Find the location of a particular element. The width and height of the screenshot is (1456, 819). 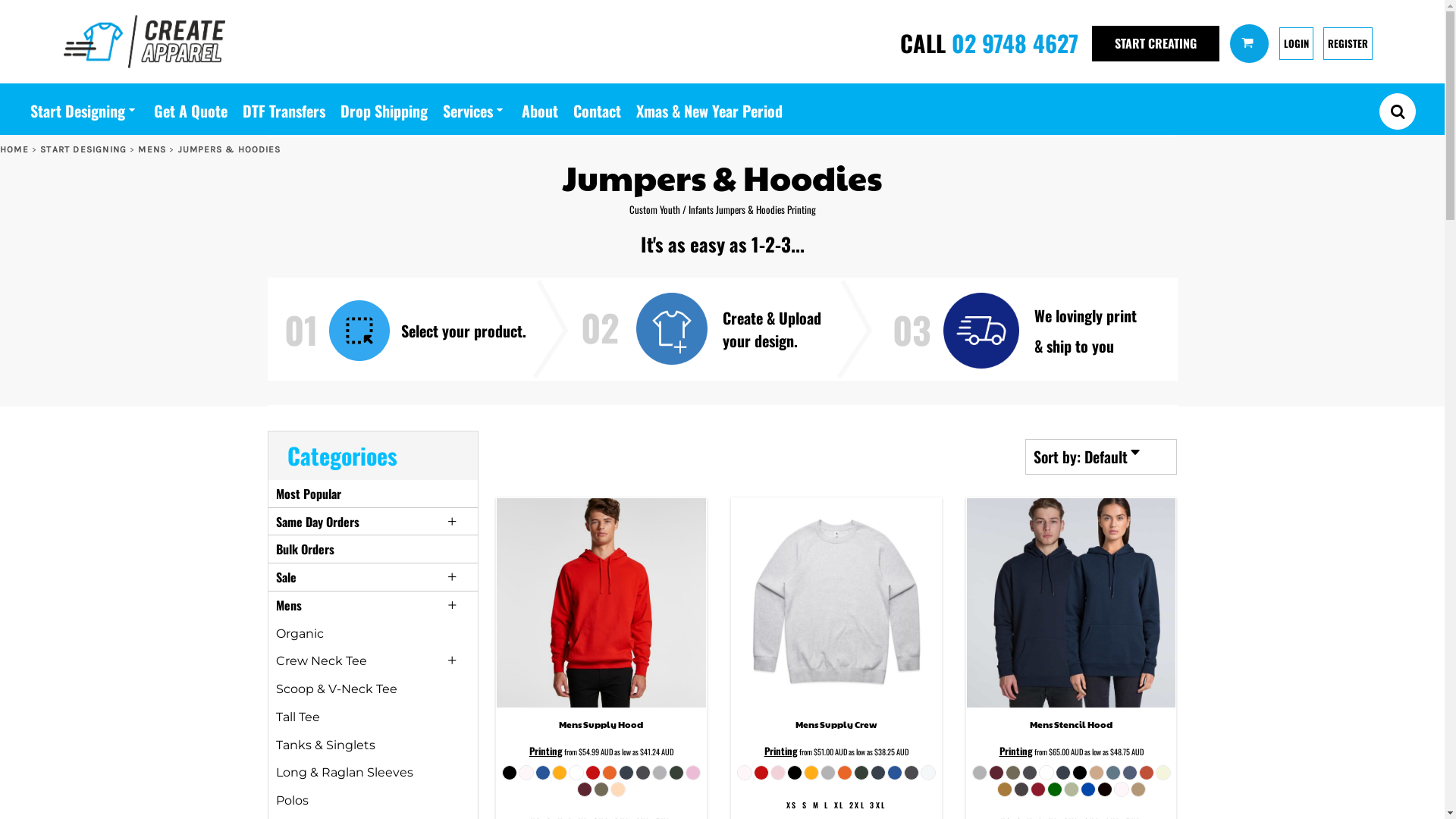

'START DESIGNING' is located at coordinates (39, 149).